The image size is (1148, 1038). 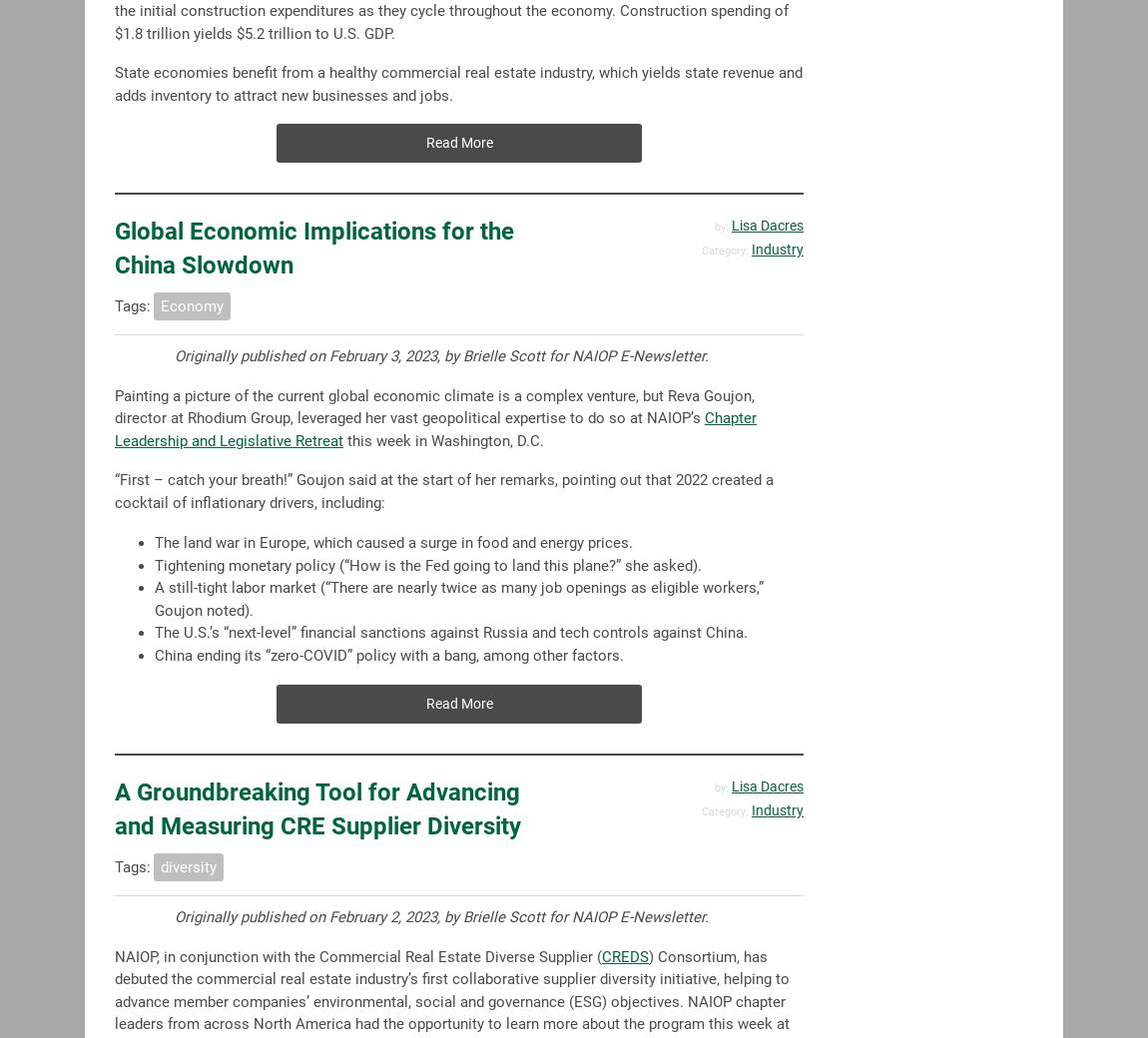 I want to click on 'Painting a picture of the current global economic climate is a complex venture, but Reva Goujon, director at Rhodium Group, leveraged her vast geopolitical expertise to do so at NAIOP’s', so click(x=434, y=406).